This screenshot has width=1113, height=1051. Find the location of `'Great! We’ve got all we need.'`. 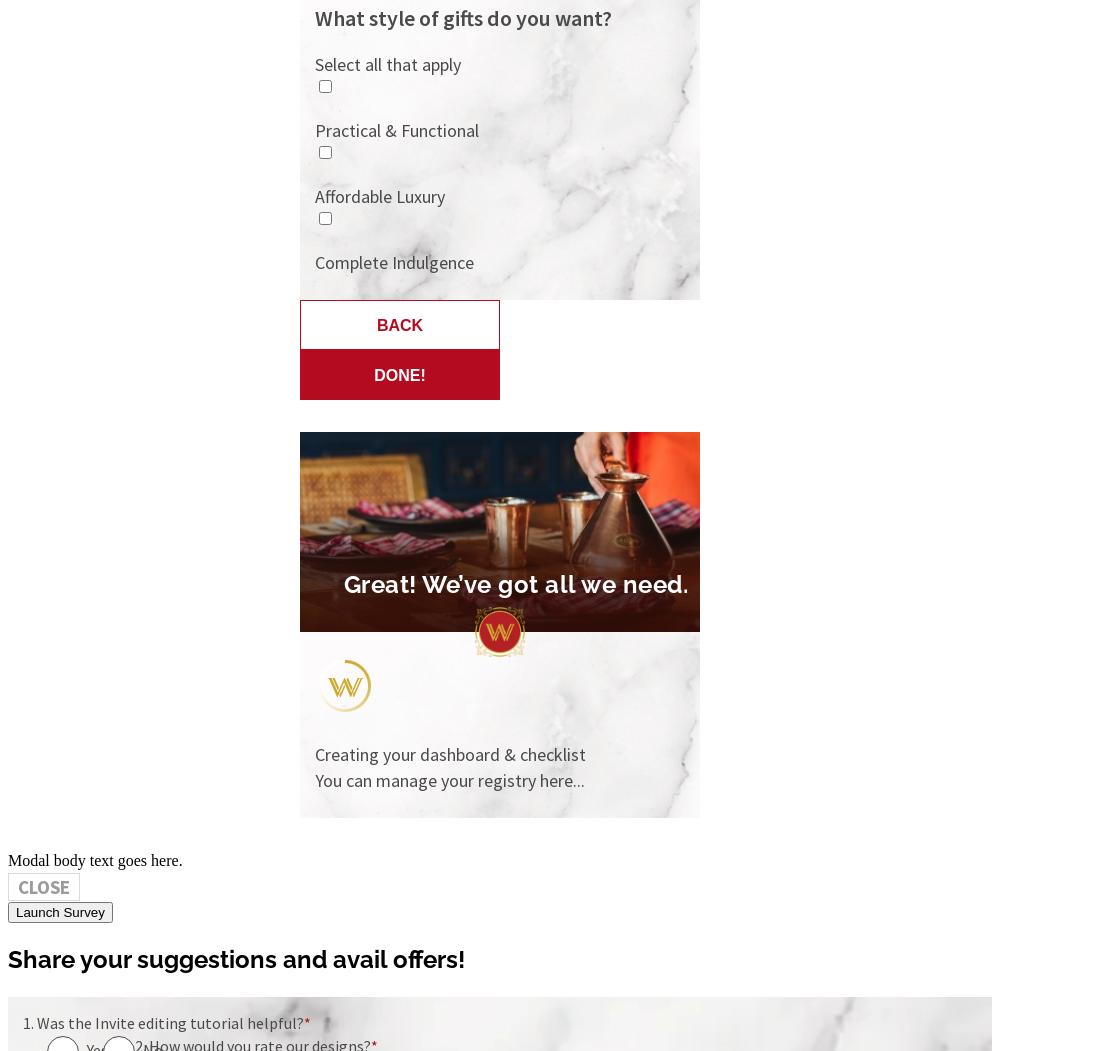

'Great! We’ve got all we need.' is located at coordinates (515, 584).